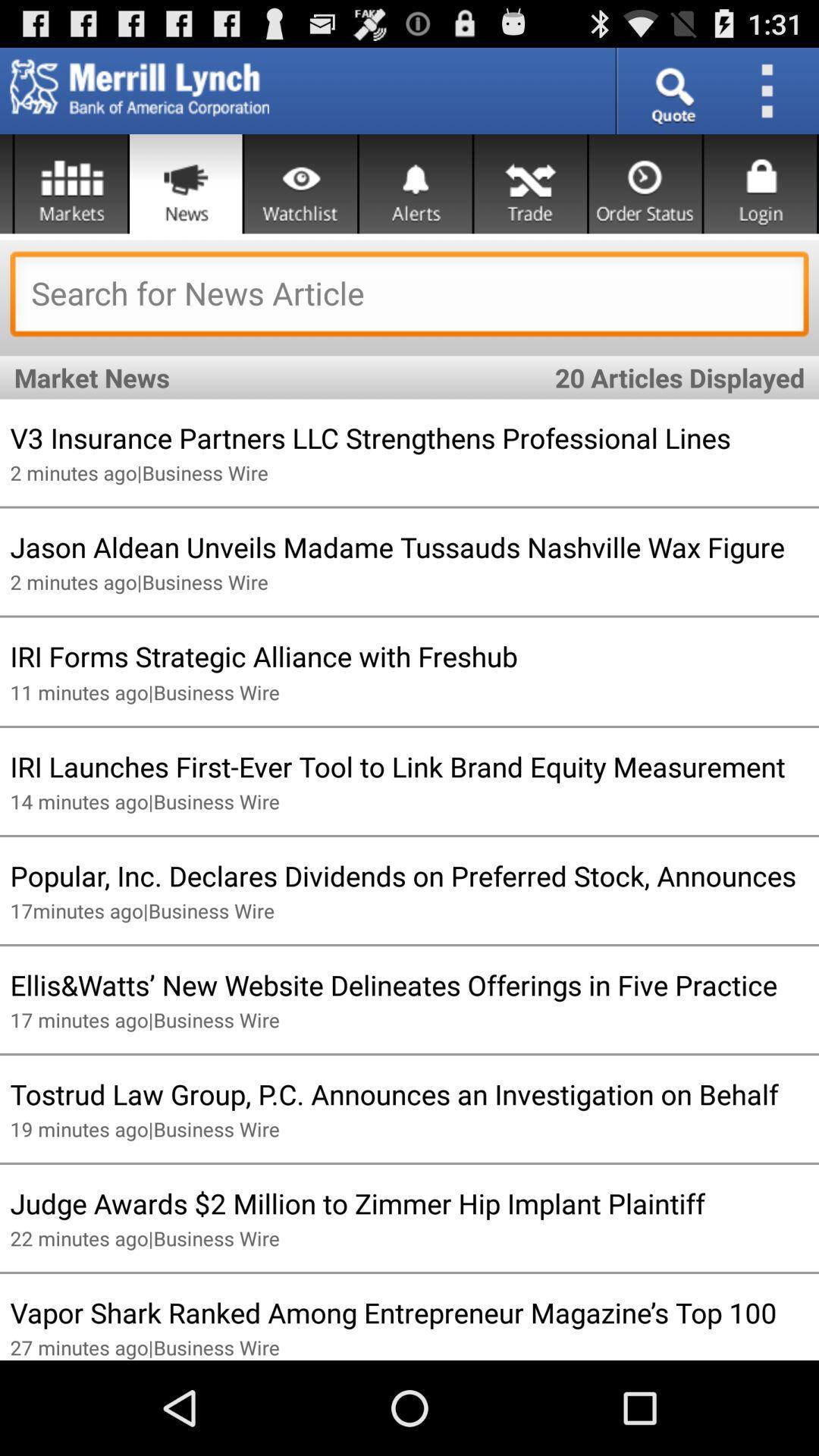 Image resolution: width=819 pixels, height=1456 pixels. What do you see at coordinates (760, 196) in the screenshot?
I see `the lock icon` at bounding box center [760, 196].